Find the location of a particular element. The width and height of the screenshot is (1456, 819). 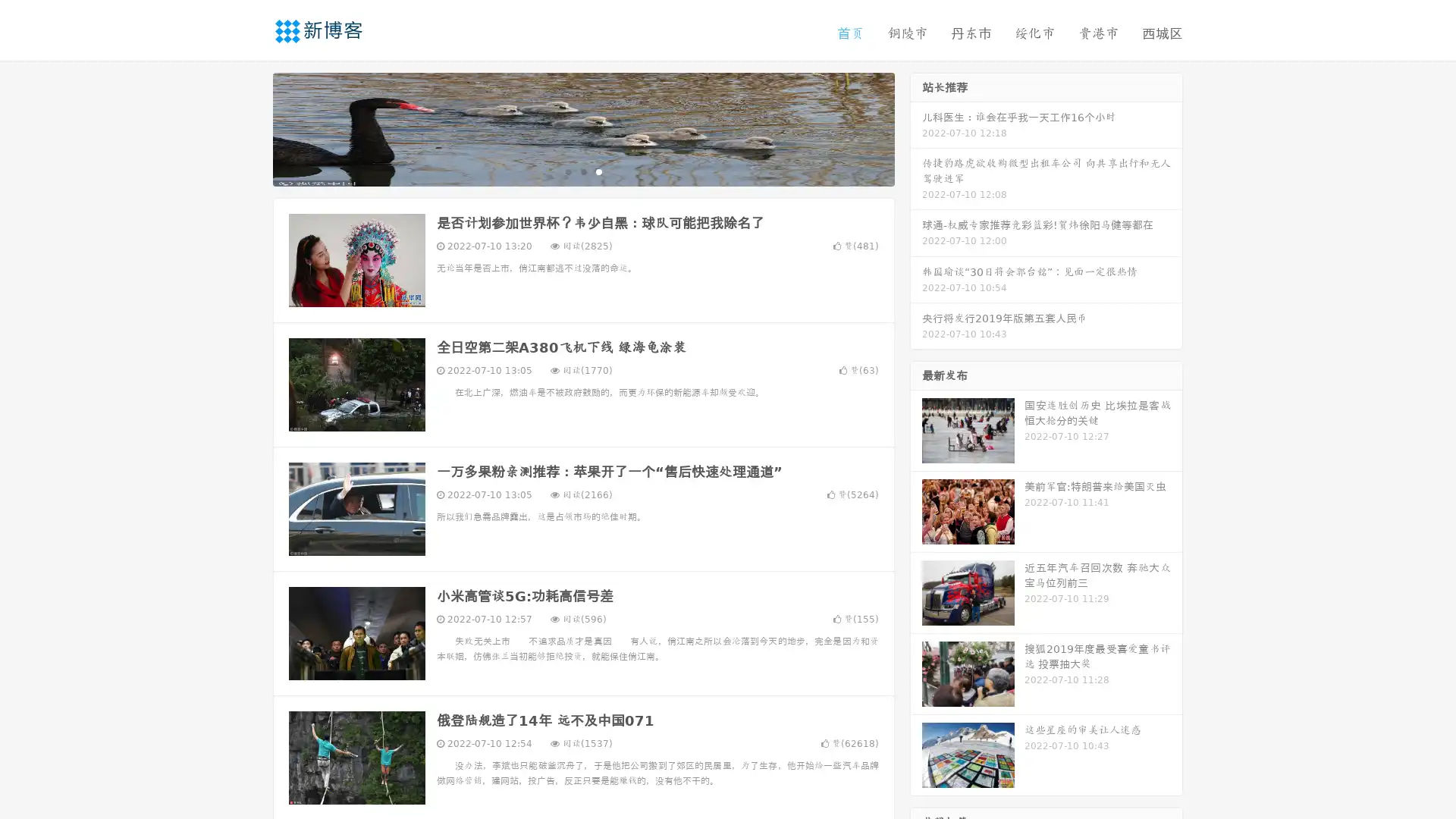

Next slide is located at coordinates (916, 127).